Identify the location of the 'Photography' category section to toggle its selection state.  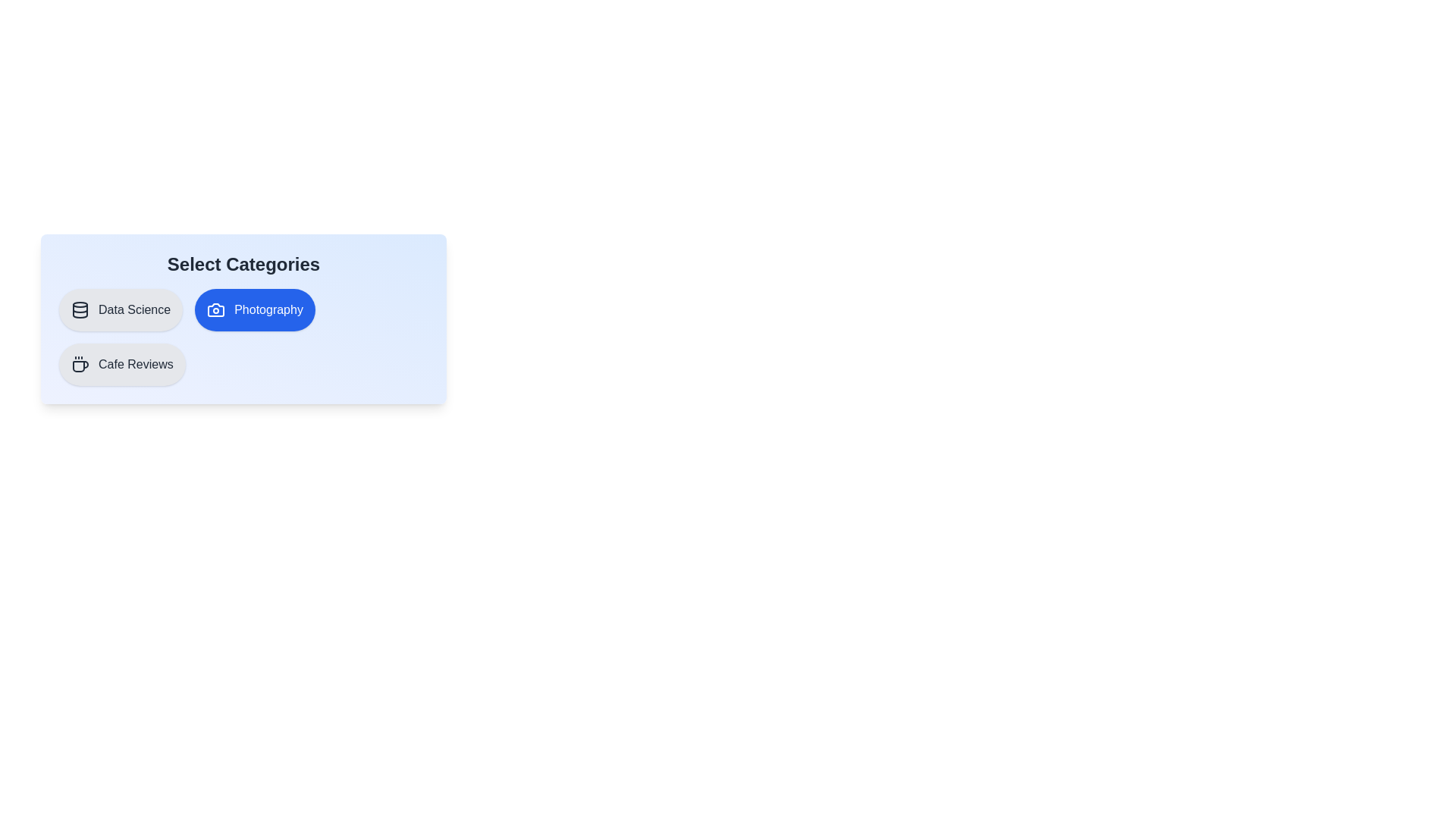
(255, 309).